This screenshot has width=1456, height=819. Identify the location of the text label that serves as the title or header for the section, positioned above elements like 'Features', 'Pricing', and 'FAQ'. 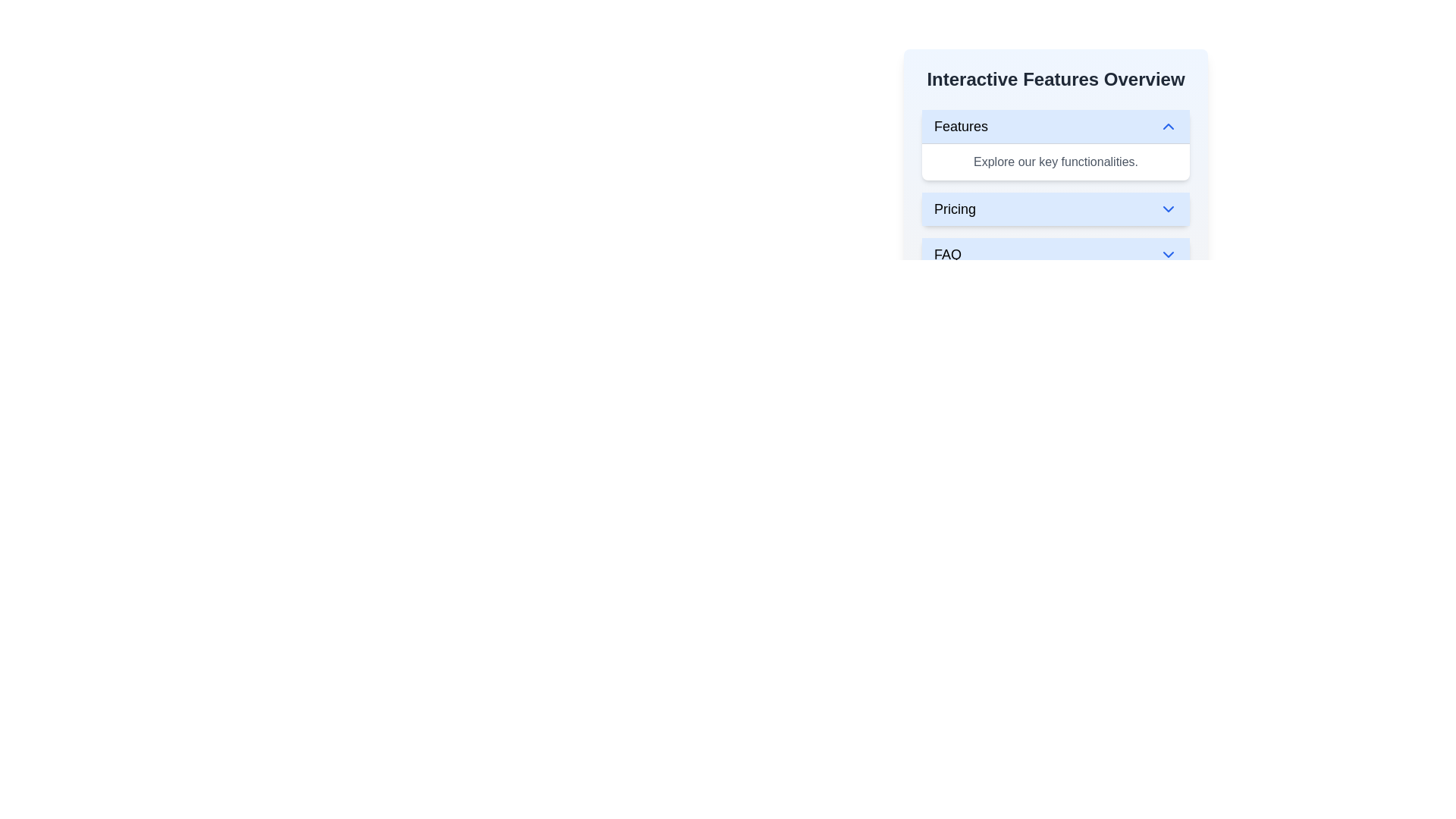
(1055, 79).